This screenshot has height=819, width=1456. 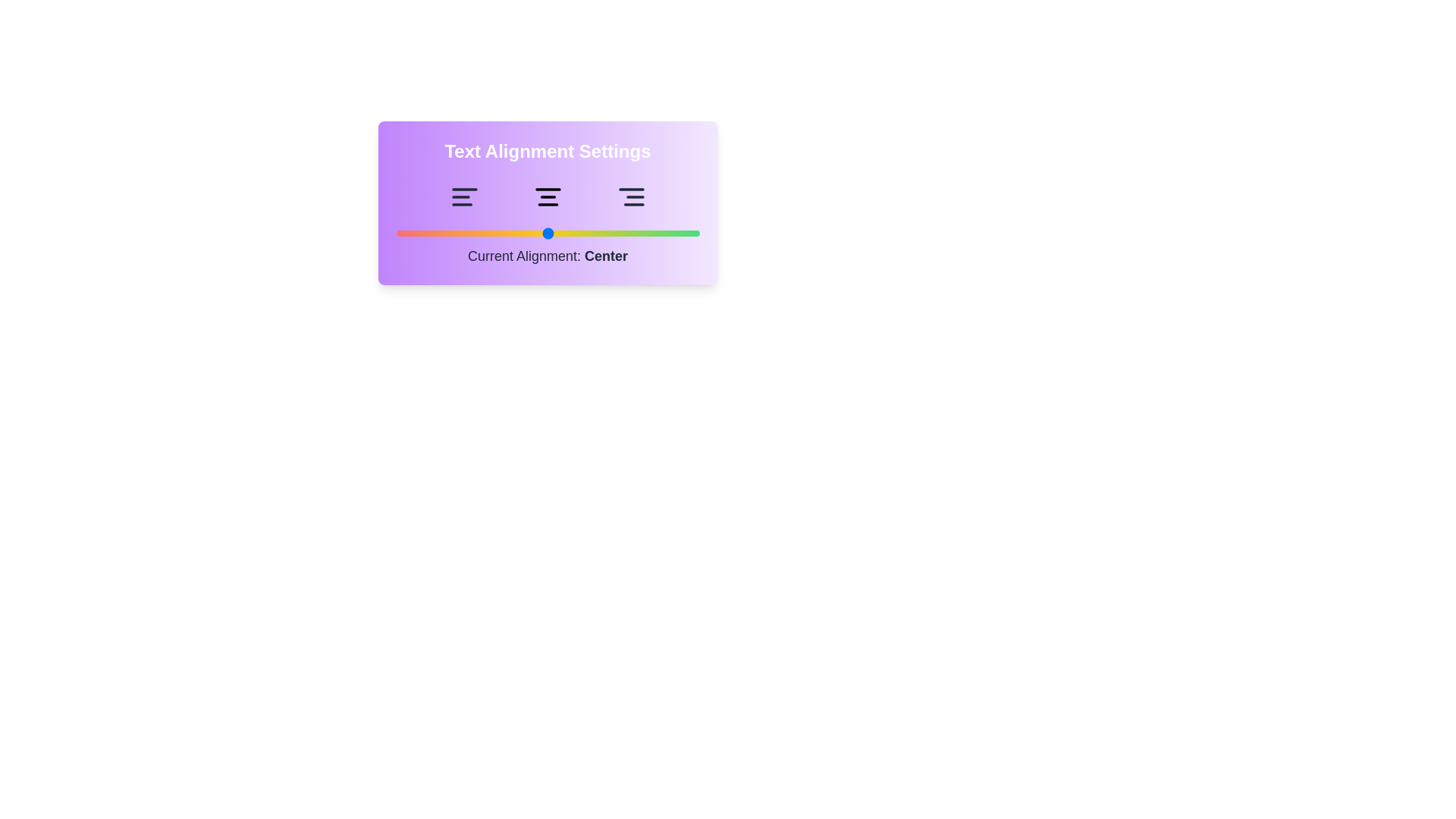 I want to click on the alignment slider to 34 and observe the text indicator update, so click(x=499, y=234).